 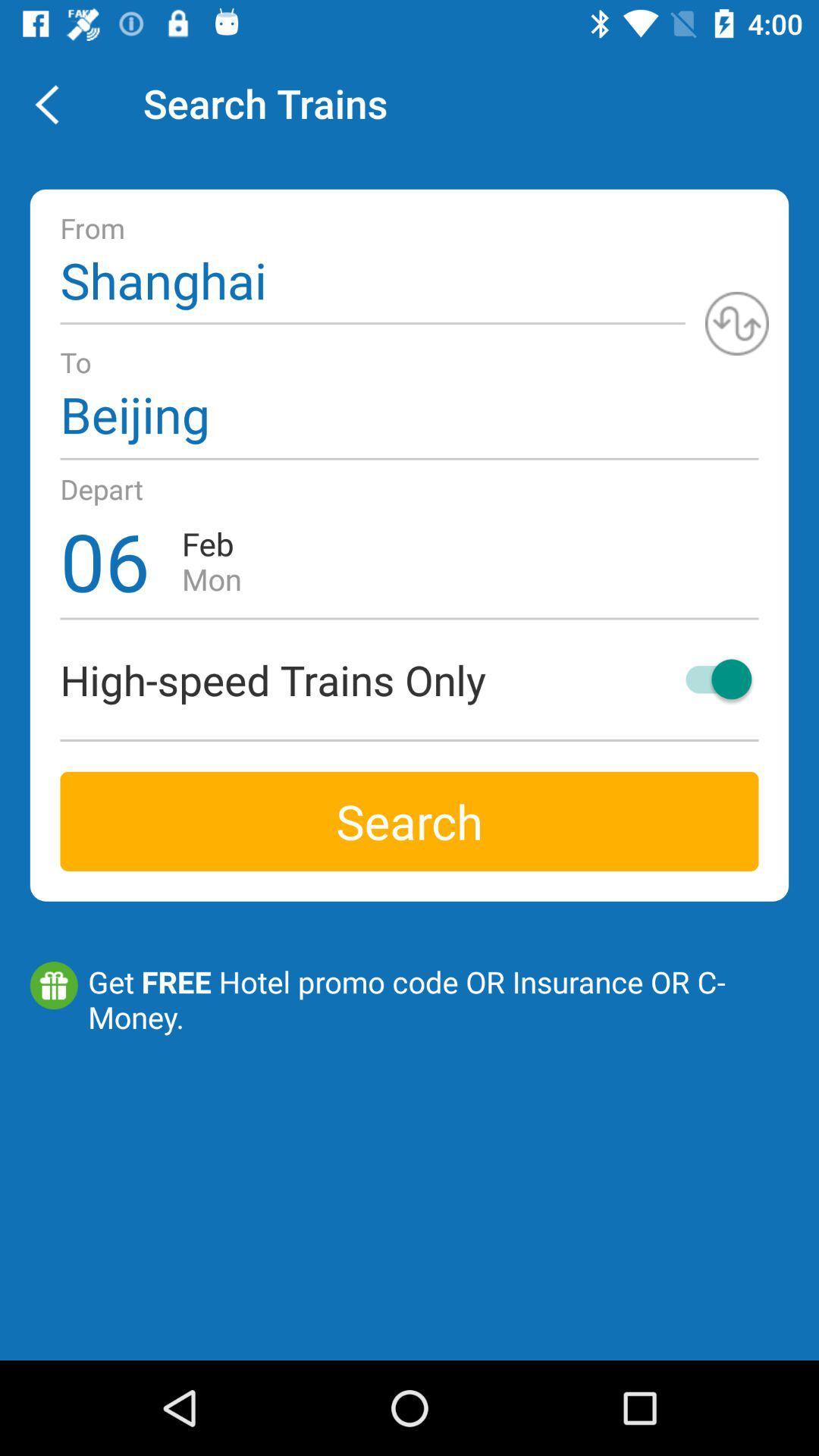 What do you see at coordinates (711, 678) in the screenshot?
I see `on-off high-speed trains only` at bounding box center [711, 678].